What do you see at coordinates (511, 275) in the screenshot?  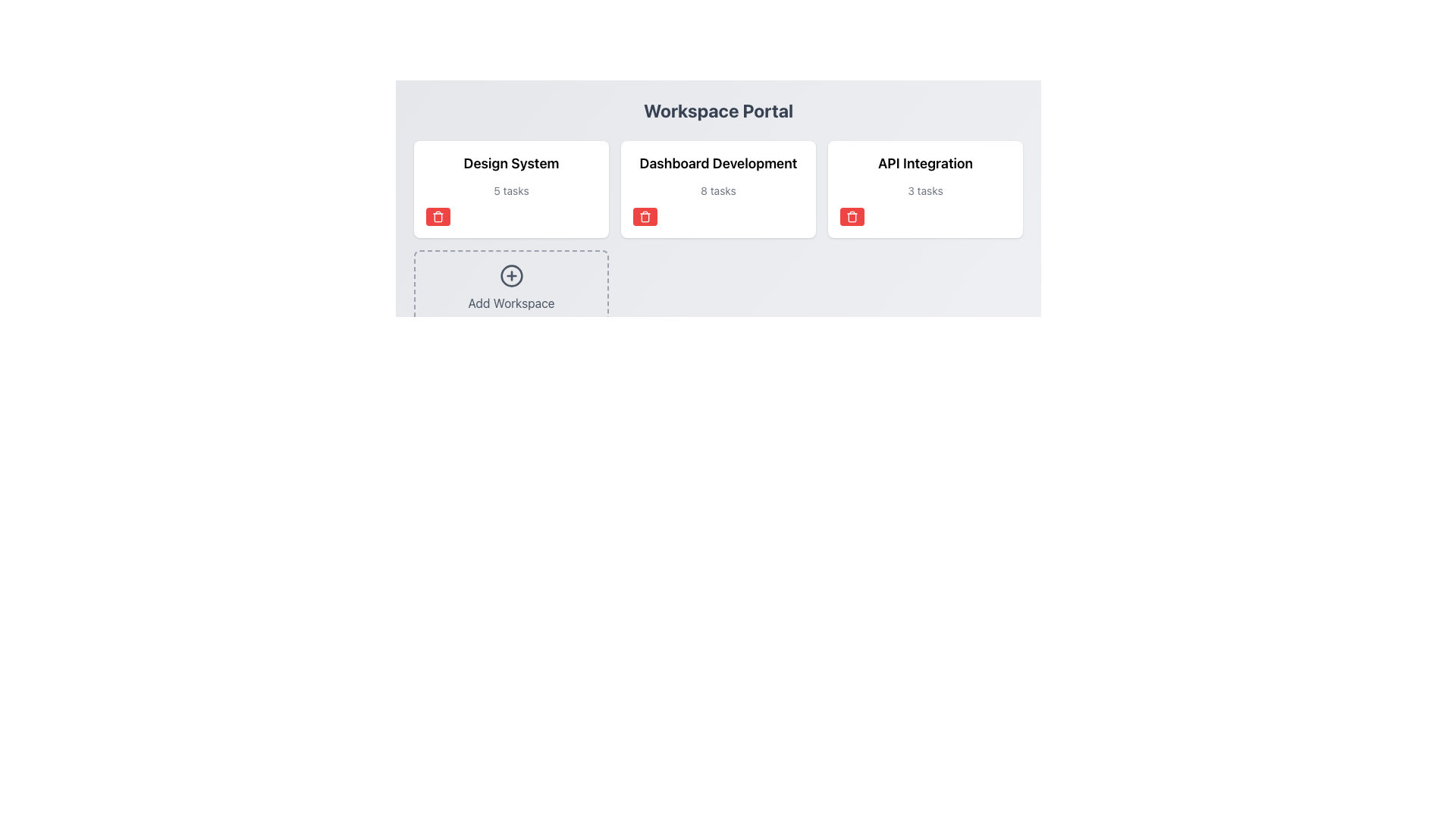 I see `the SVG element representing a plus sign enclosed in a circle, which is part of the 'Add Workspace' button located towards the bottom-left of the interface` at bounding box center [511, 275].